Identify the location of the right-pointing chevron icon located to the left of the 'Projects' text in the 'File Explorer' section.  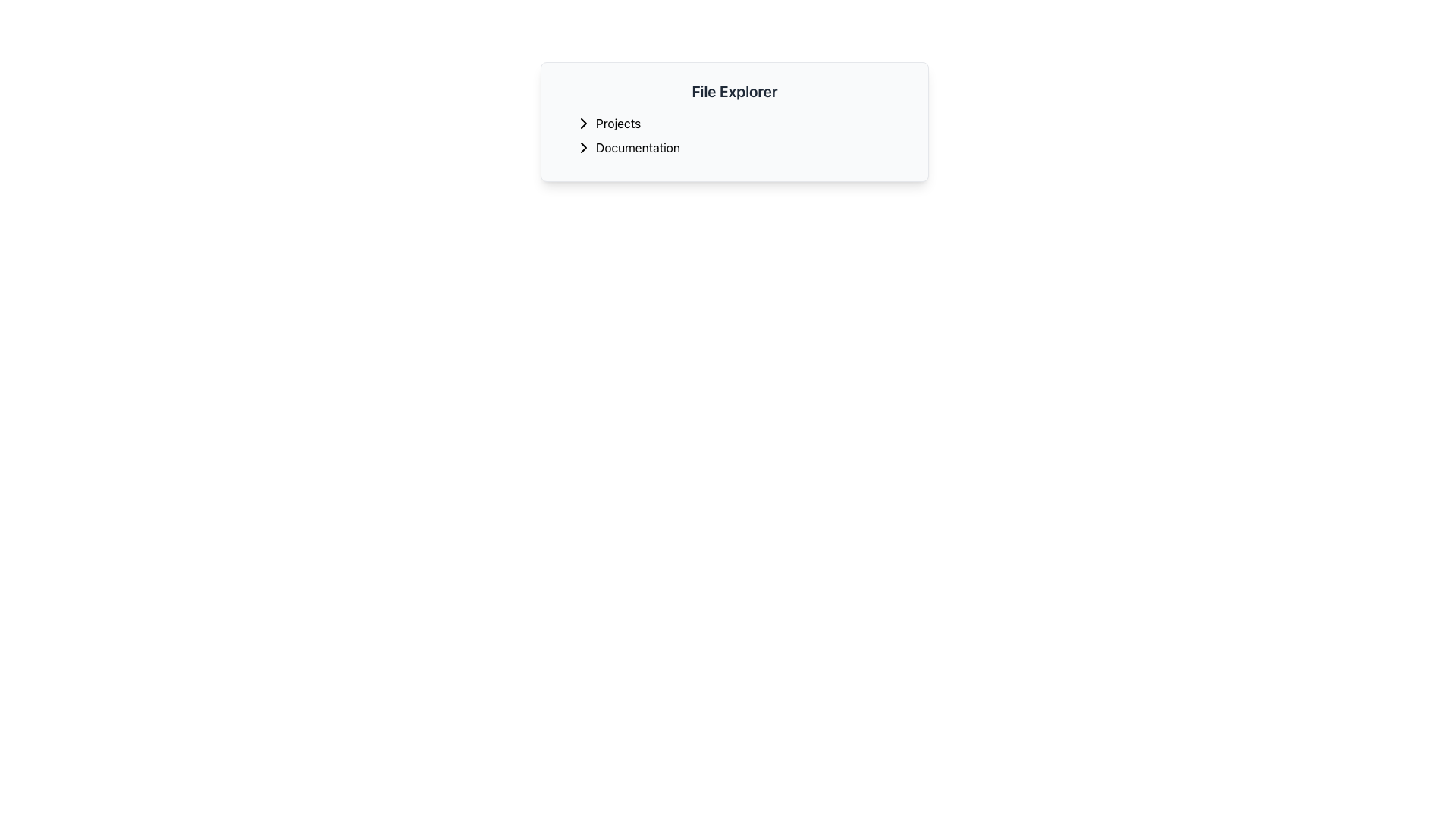
(582, 122).